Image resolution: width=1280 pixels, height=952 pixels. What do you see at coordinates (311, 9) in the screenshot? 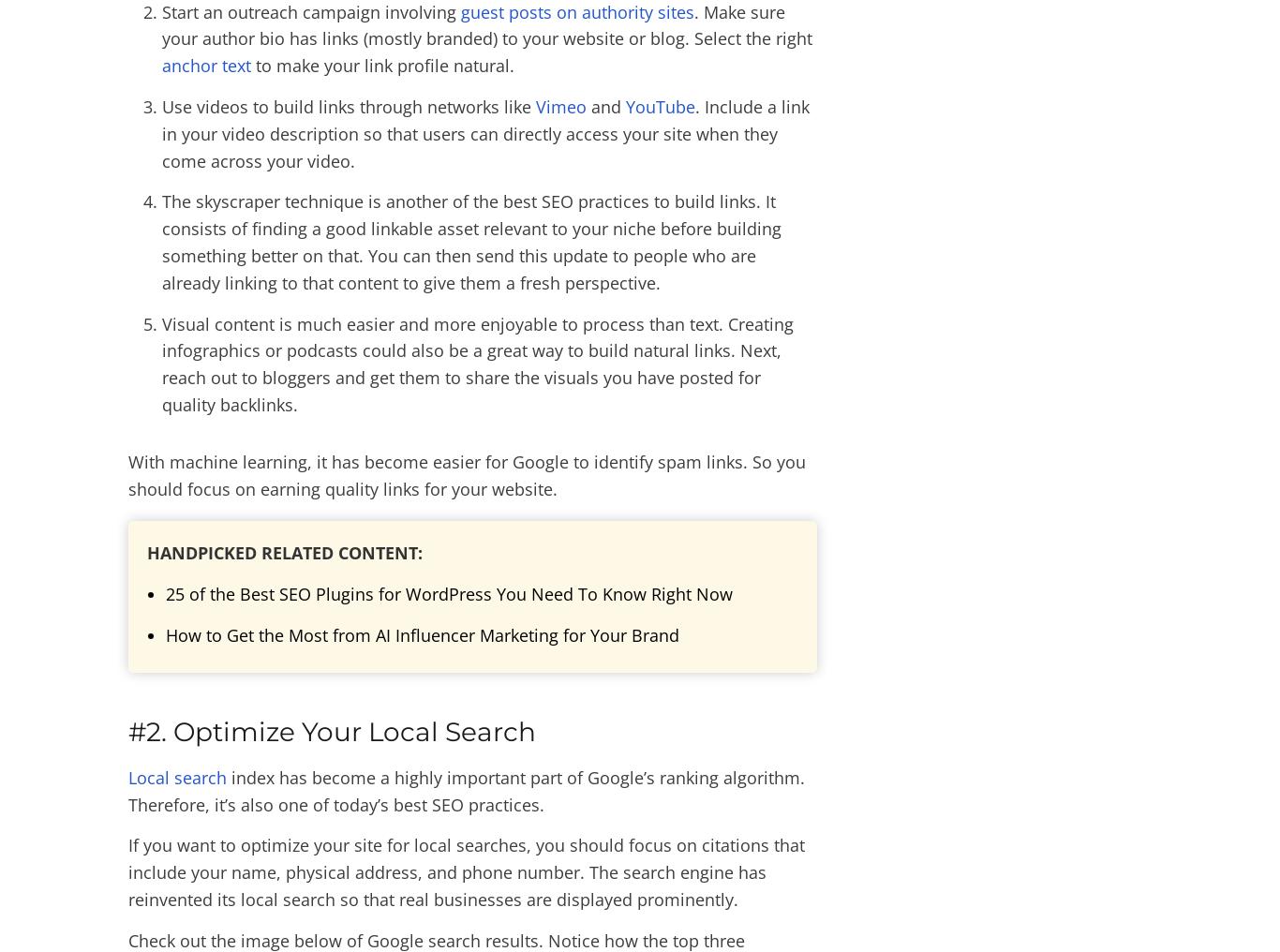
I see `'Start an outreach campaign involving'` at bounding box center [311, 9].